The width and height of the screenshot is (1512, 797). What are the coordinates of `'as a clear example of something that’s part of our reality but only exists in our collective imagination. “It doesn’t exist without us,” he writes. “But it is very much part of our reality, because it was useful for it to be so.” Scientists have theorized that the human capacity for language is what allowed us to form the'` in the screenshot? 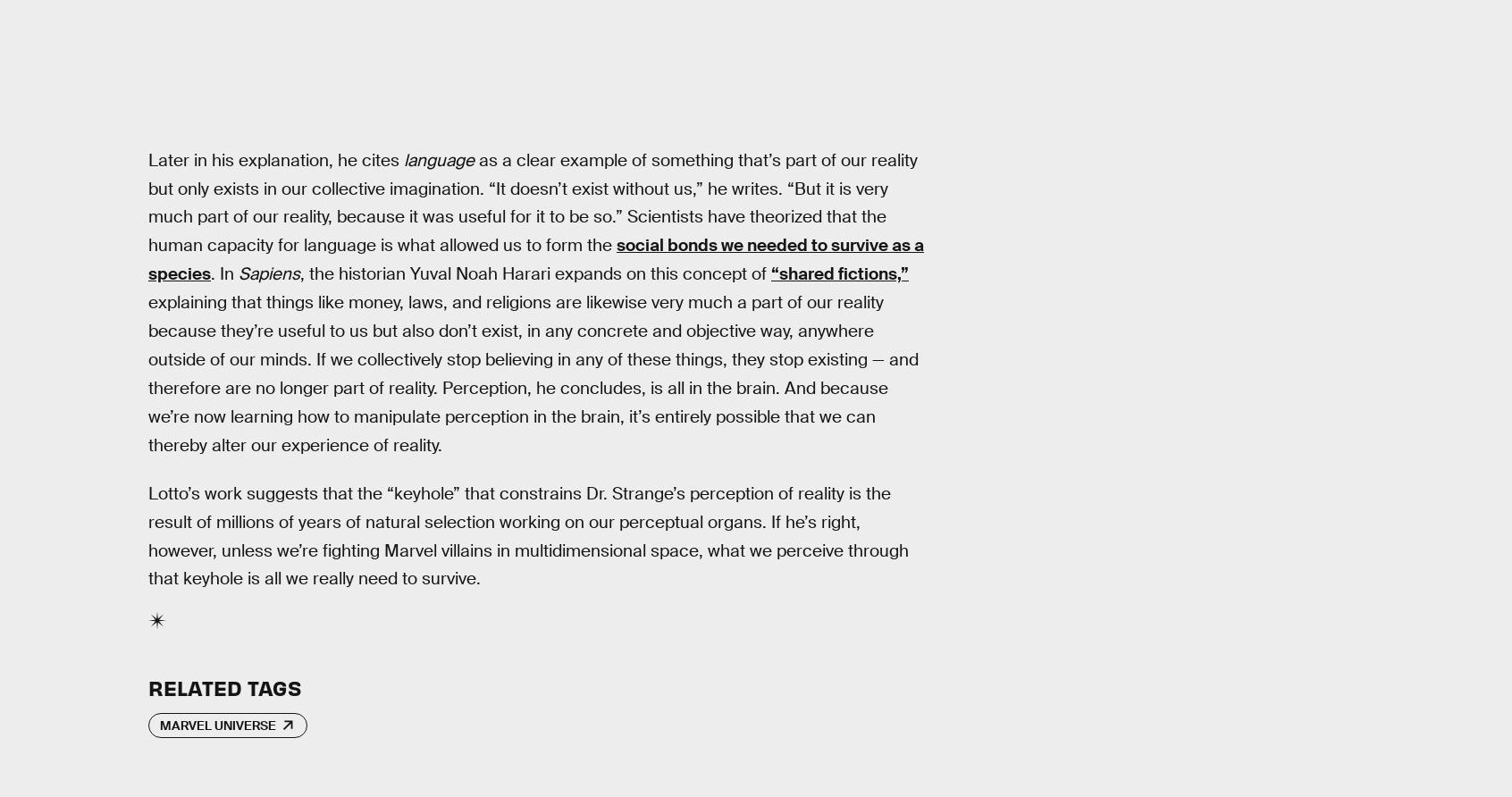 It's located at (147, 202).